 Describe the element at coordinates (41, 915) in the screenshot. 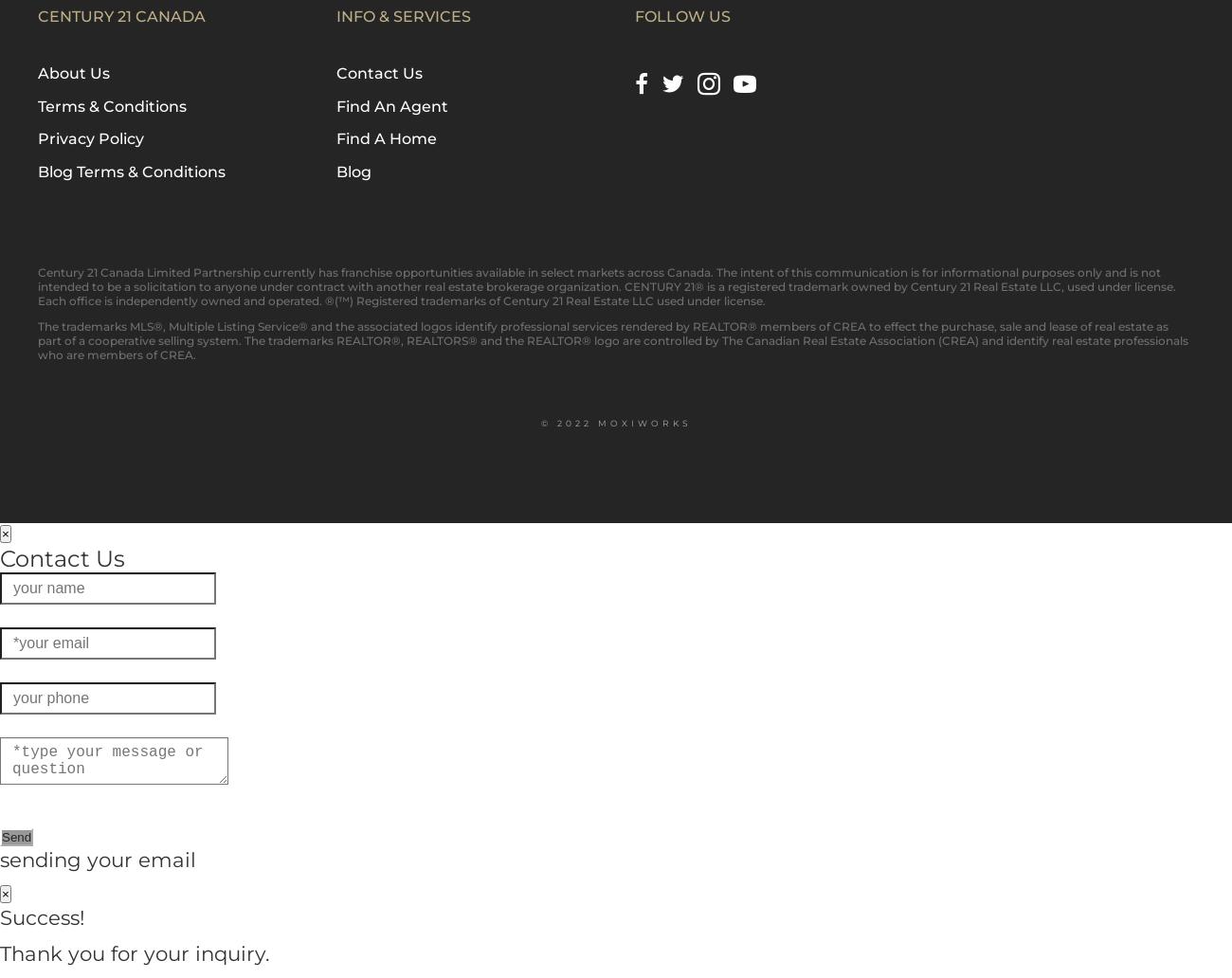

I see `'Success!'` at that location.